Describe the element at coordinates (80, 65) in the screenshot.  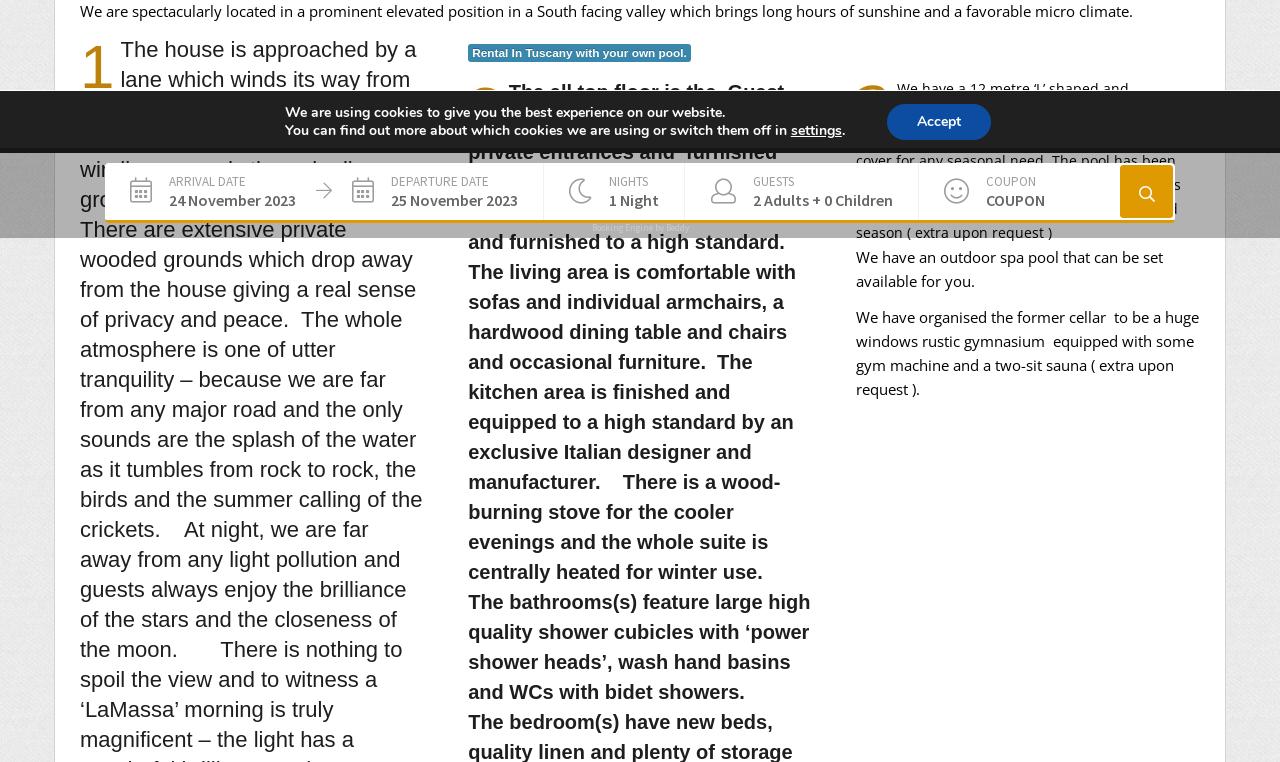
I see `'1'` at that location.